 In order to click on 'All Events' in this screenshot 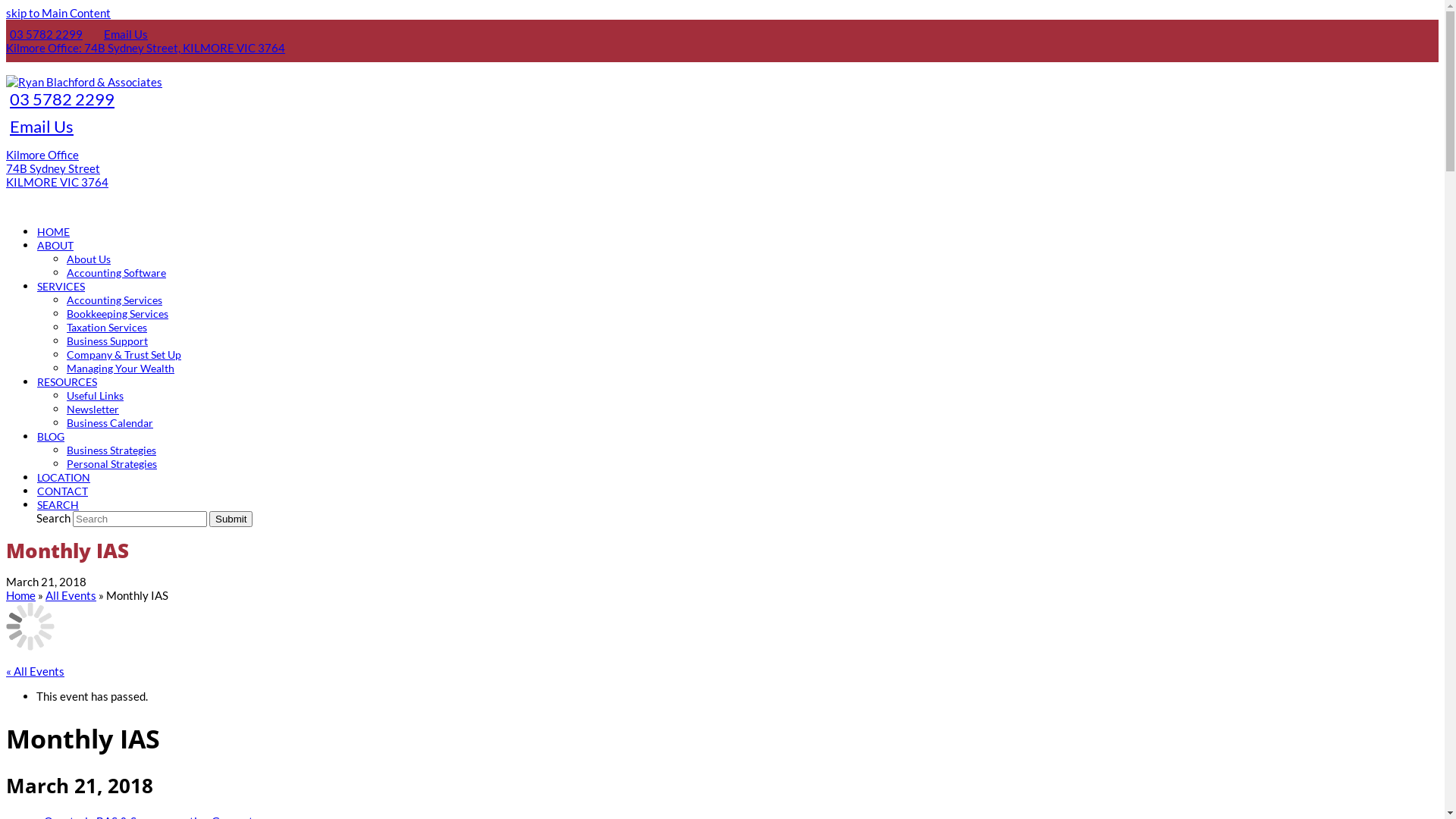, I will do `click(70, 595)`.